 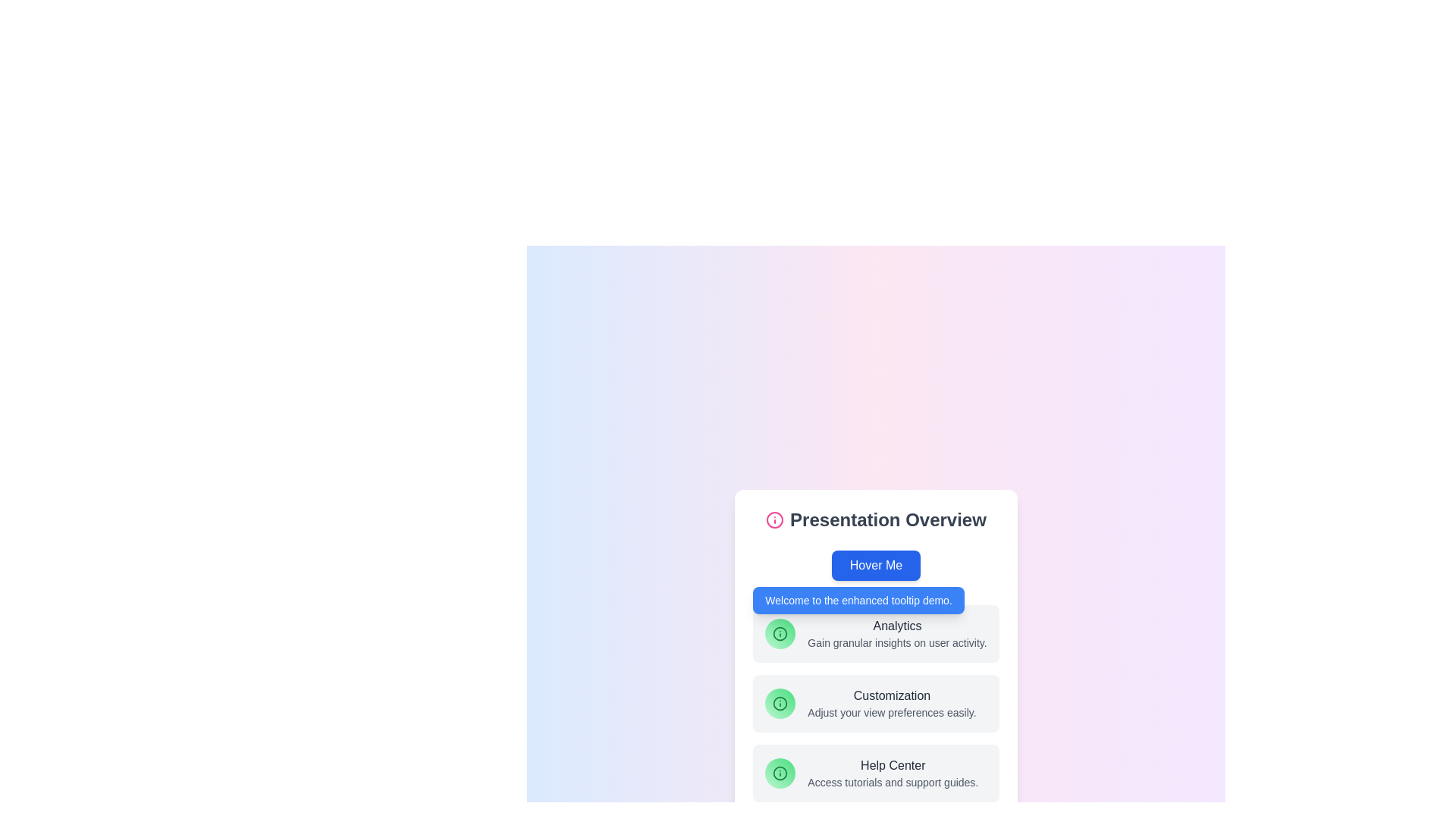 I want to click on the SVG circle element that is a circular outline within the green icon of the 'Help Center' list item, so click(x=780, y=773).